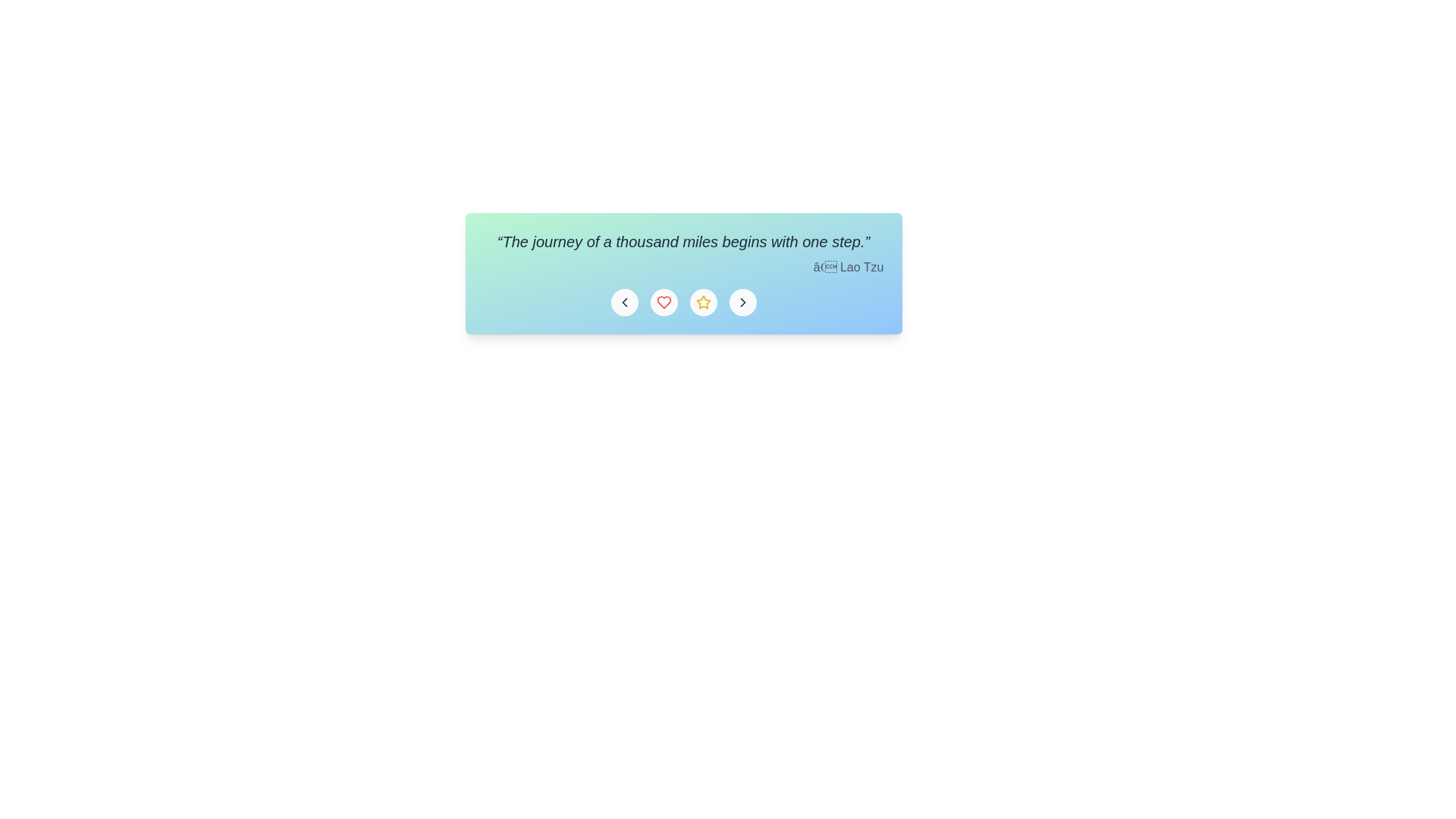  Describe the element at coordinates (742, 302) in the screenshot. I see `the rightward pointing gray arrow SVG icon located in the bottom-right area of the text card` at that location.